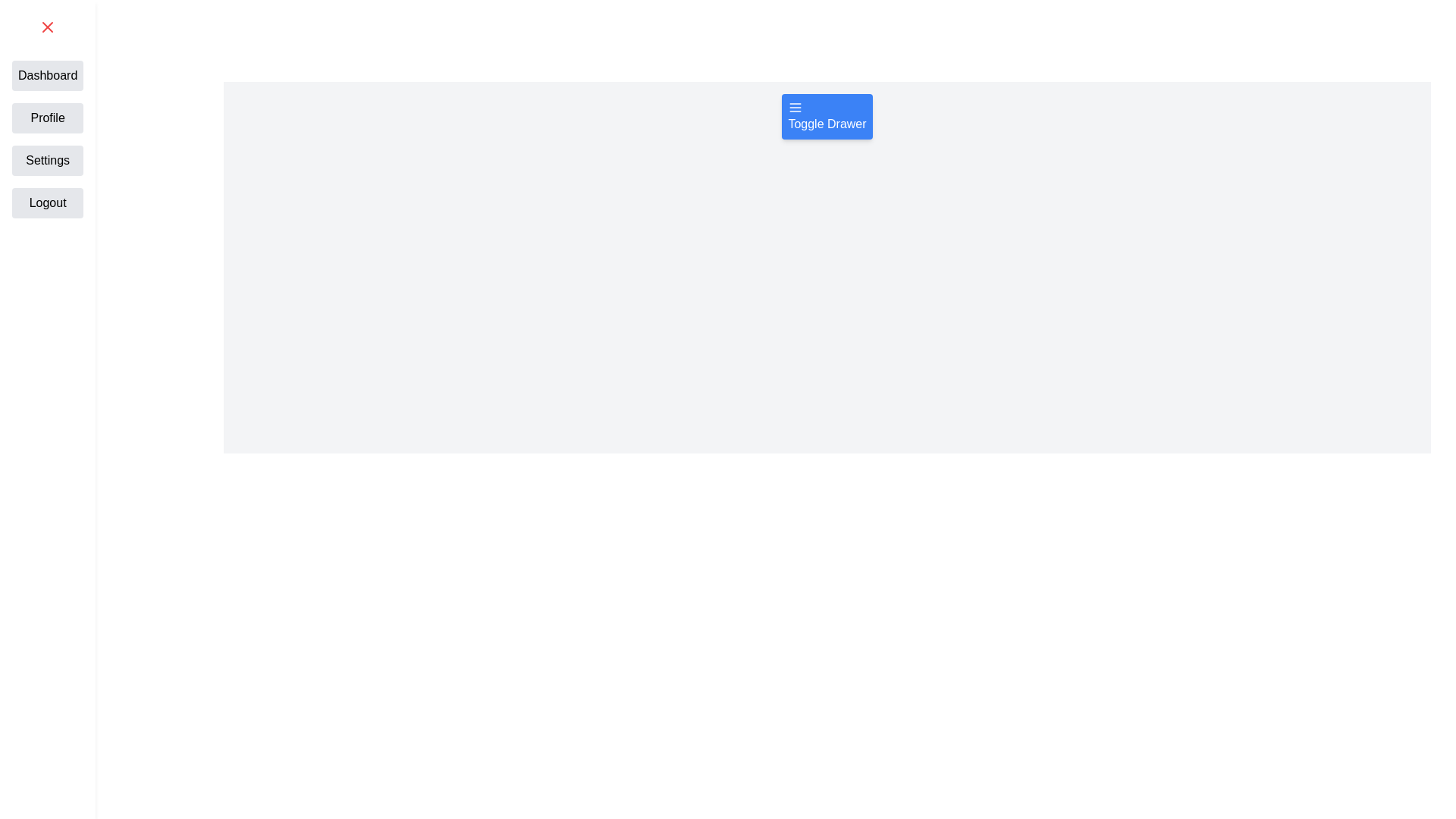 The image size is (1456, 819). Describe the element at coordinates (826, 116) in the screenshot. I see `the 'Toggle Drawer' button to toggle the drawer's visibility` at that location.